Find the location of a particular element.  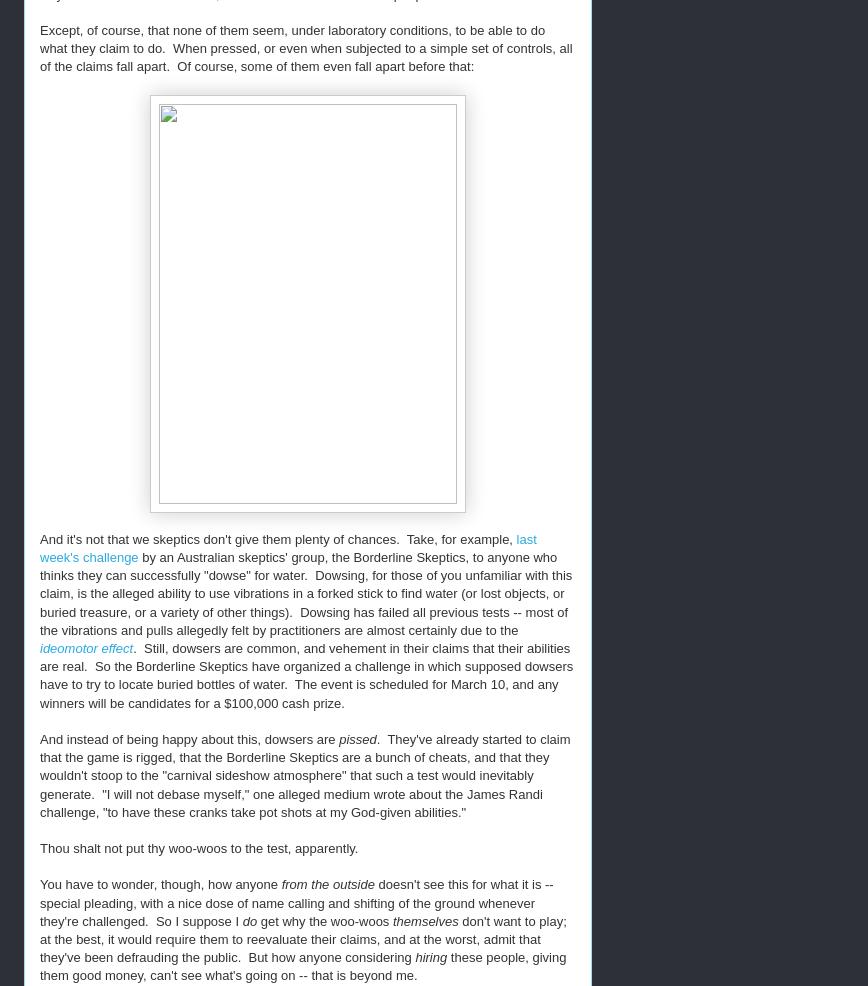

'do' is located at coordinates (251, 920).